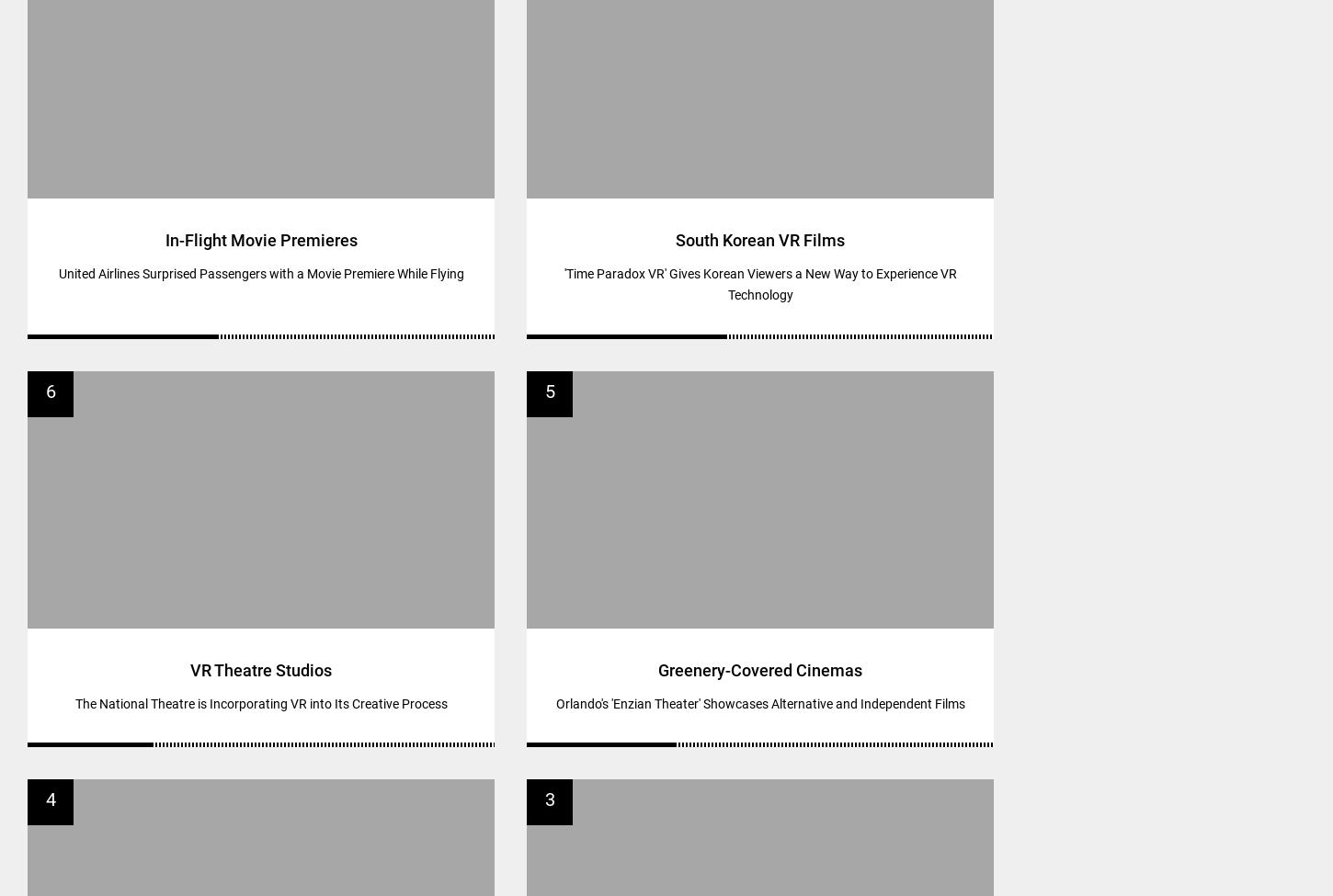  Describe the element at coordinates (50, 391) in the screenshot. I see `'6'` at that location.